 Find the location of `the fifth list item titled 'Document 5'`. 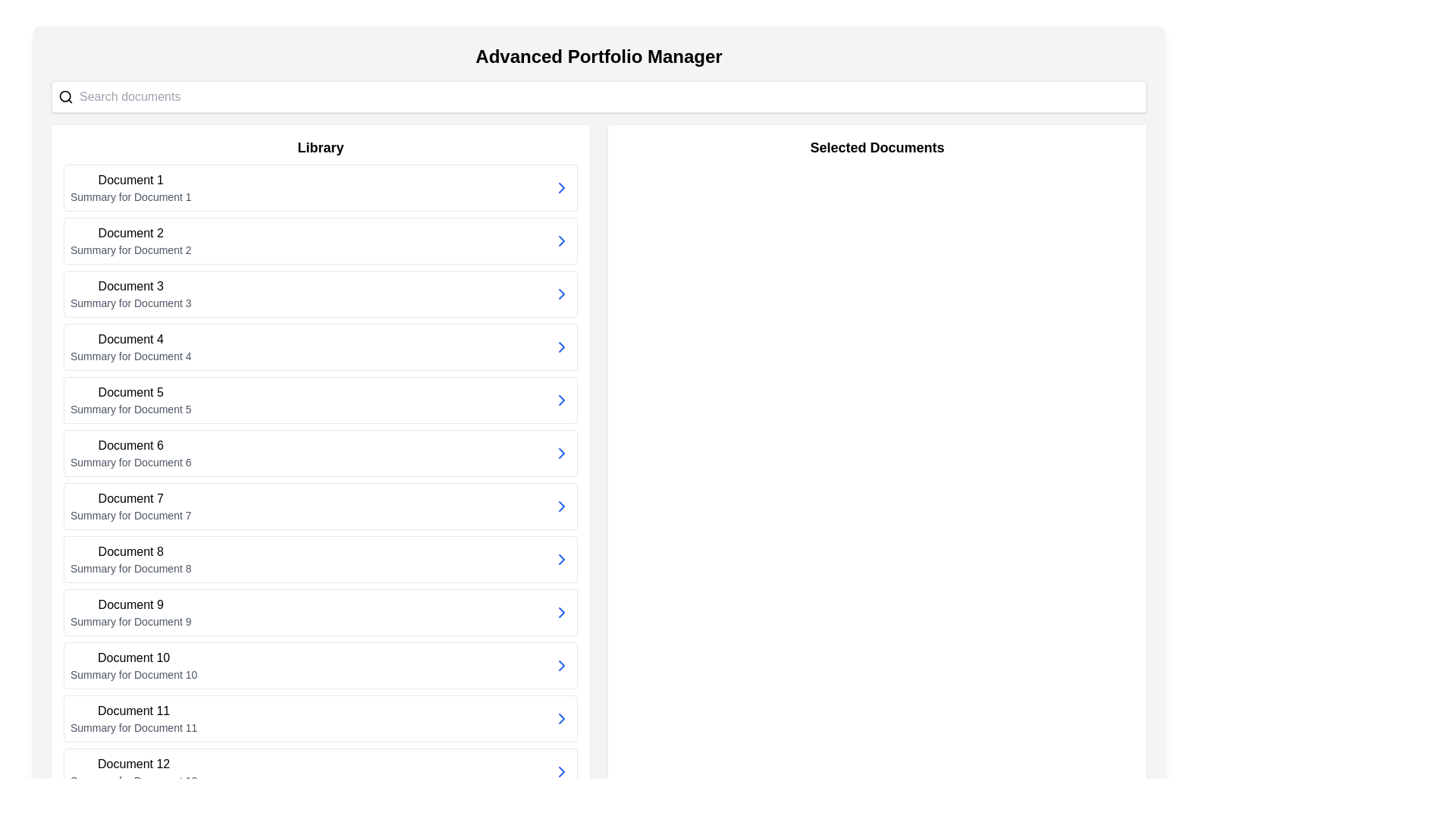

the fifth list item titled 'Document 5' is located at coordinates (130, 400).